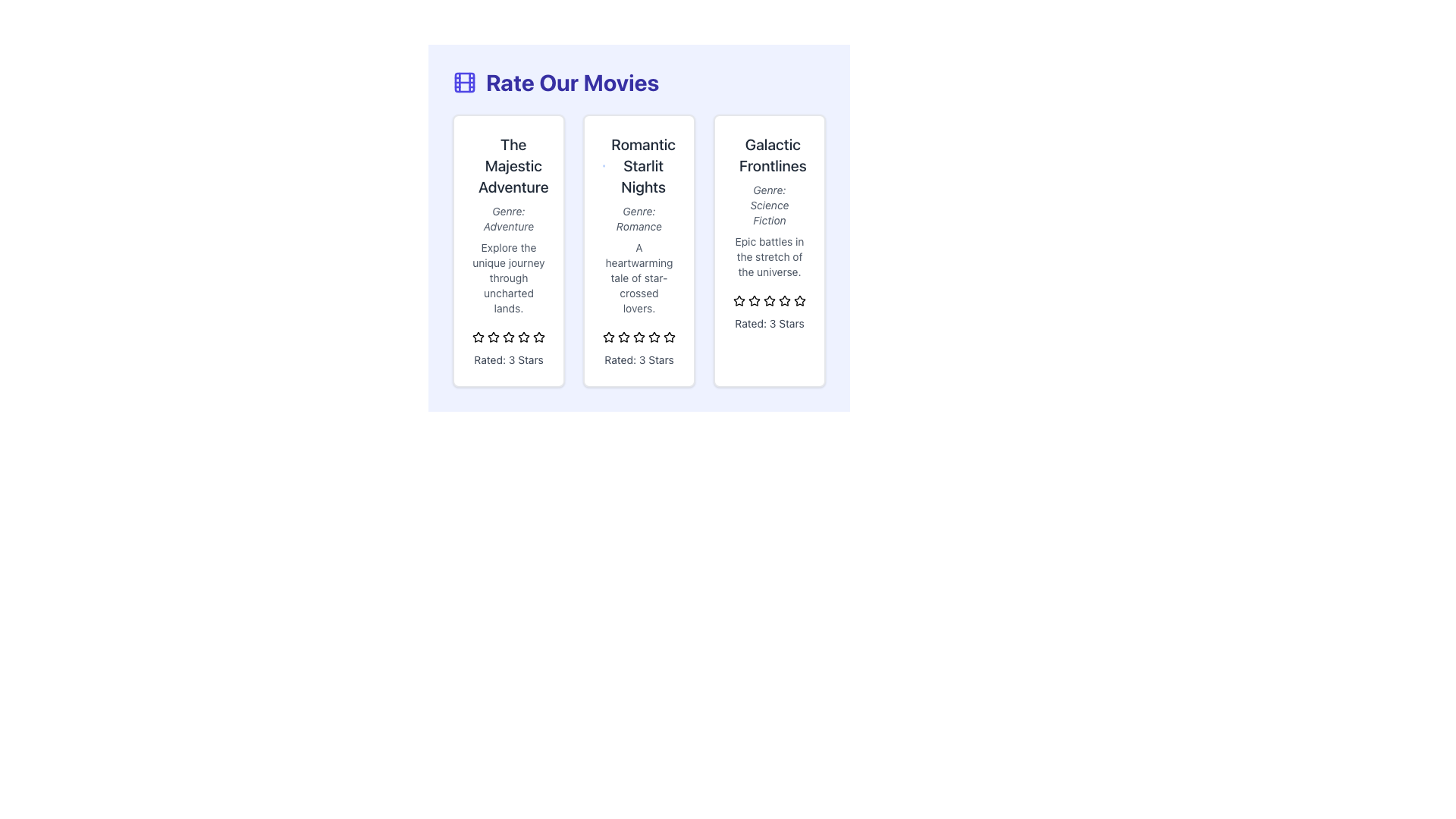 This screenshot has width=1456, height=819. What do you see at coordinates (769, 250) in the screenshot?
I see `the Informational Card titled 'Galactic Frontlines', which features a white background, rounded corners, and includes a subtitle and description, located in the rightmost position of a three-column grid layout` at bounding box center [769, 250].